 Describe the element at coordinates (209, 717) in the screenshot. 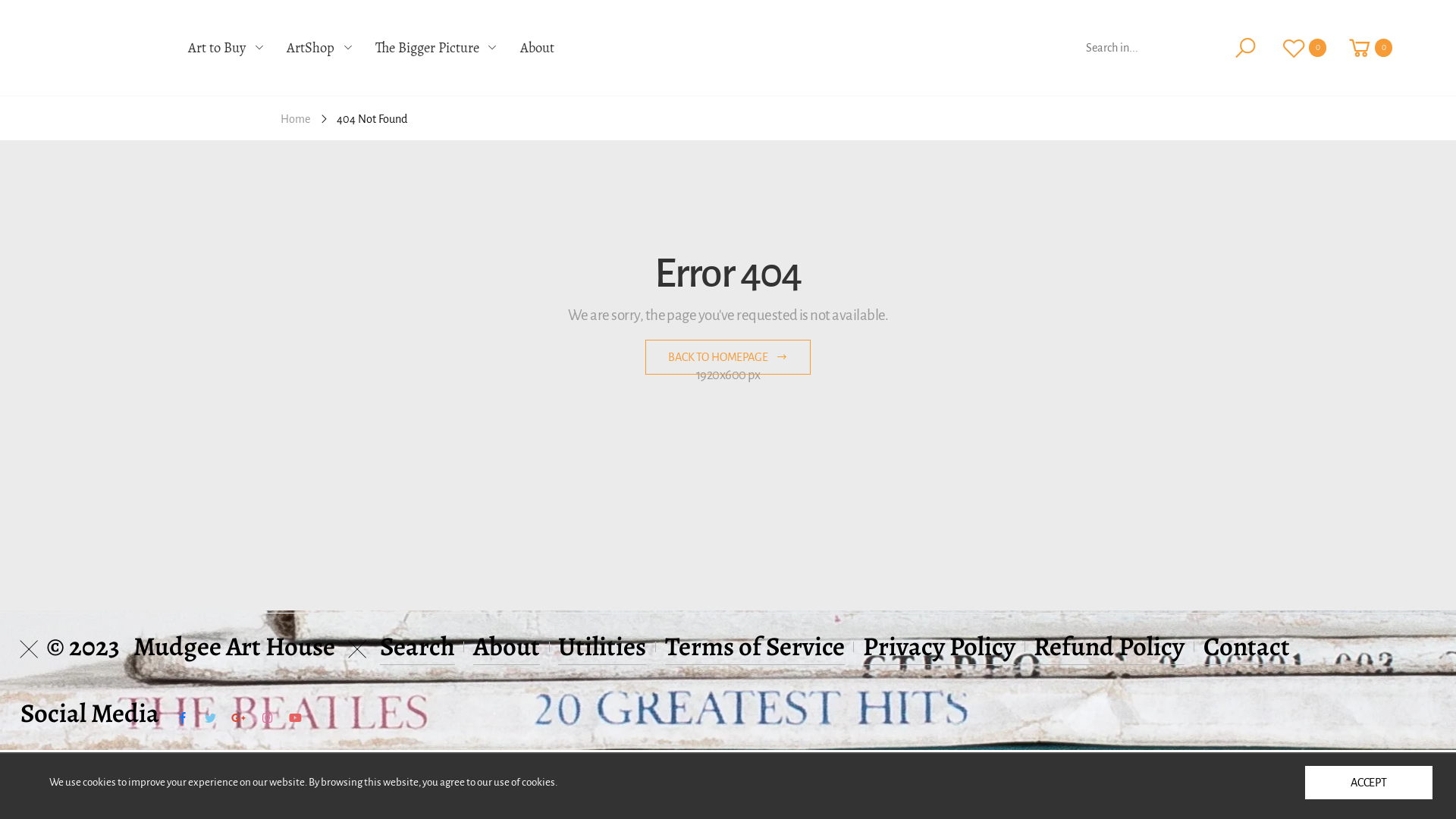

I see `'Mudgee Art House on Twitter'` at that location.